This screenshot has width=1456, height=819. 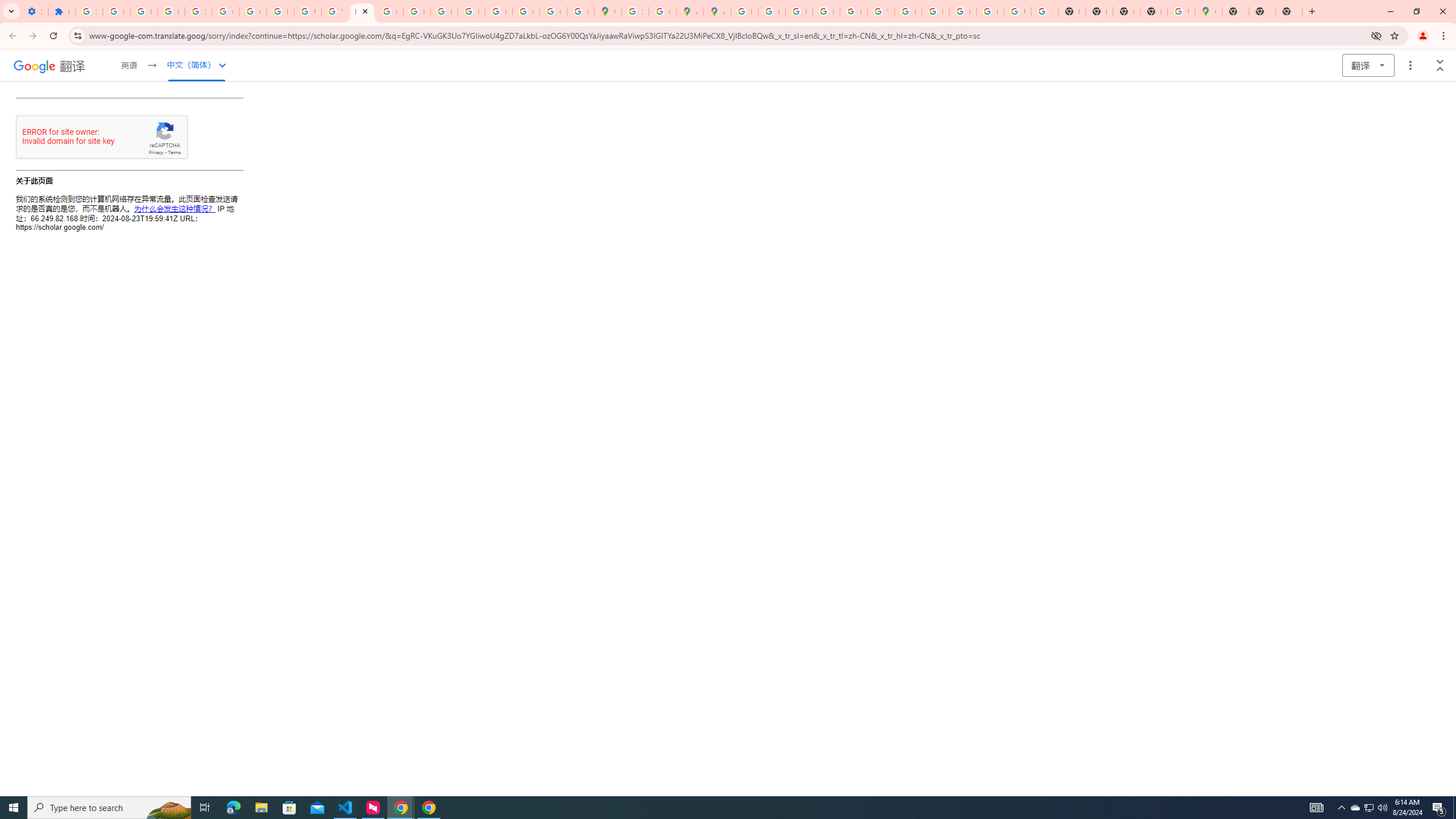 What do you see at coordinates (744, 11) in the screenshot?
I see `'Policy Accountability and Transparency - Transparency Center'` at bounding box center [744, 11].